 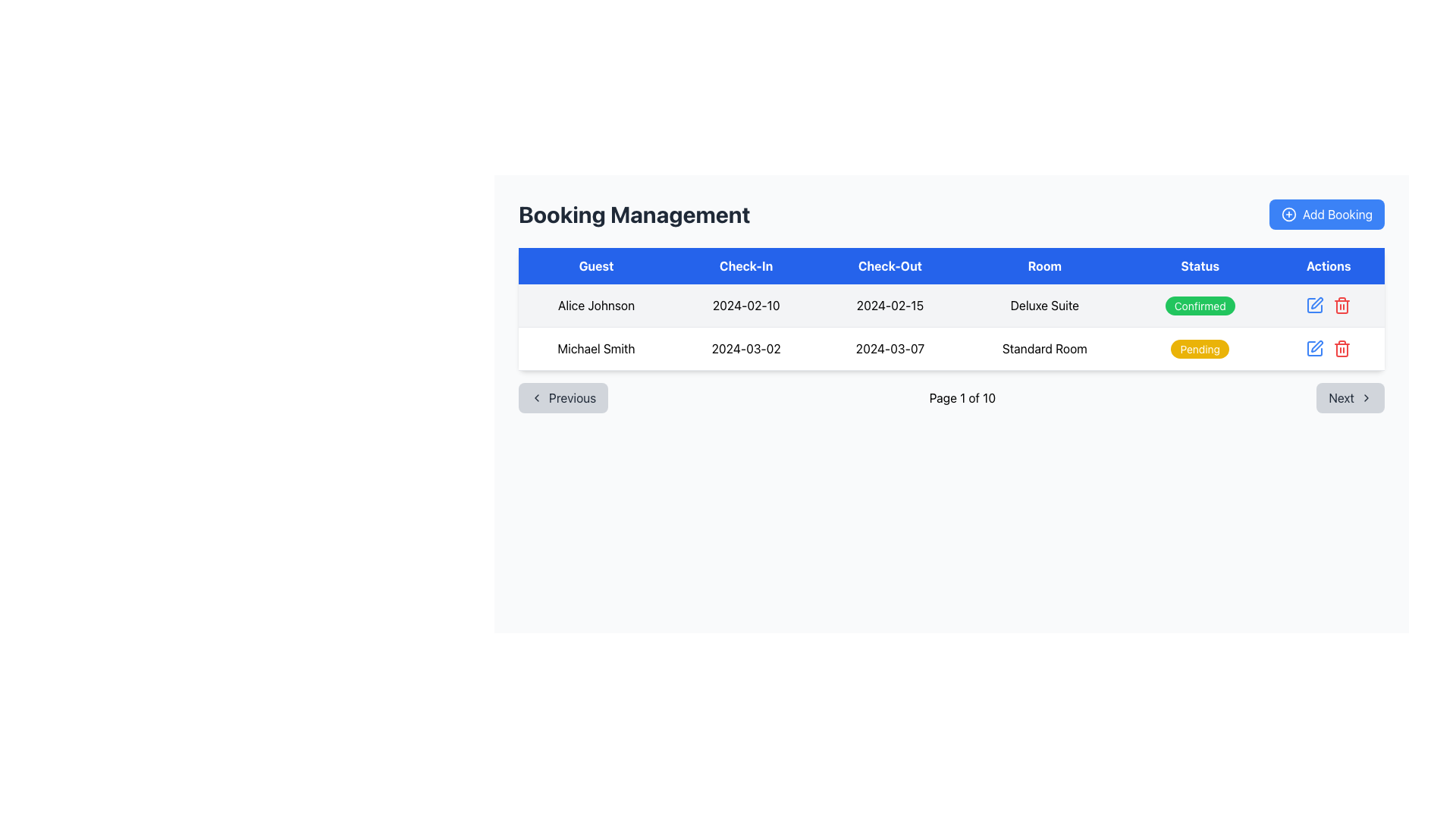 I want to click on the text label displaying the date '2024-03-02' in the 'Check-In' column of the Booking Management interface, so click(x=746, y=348).